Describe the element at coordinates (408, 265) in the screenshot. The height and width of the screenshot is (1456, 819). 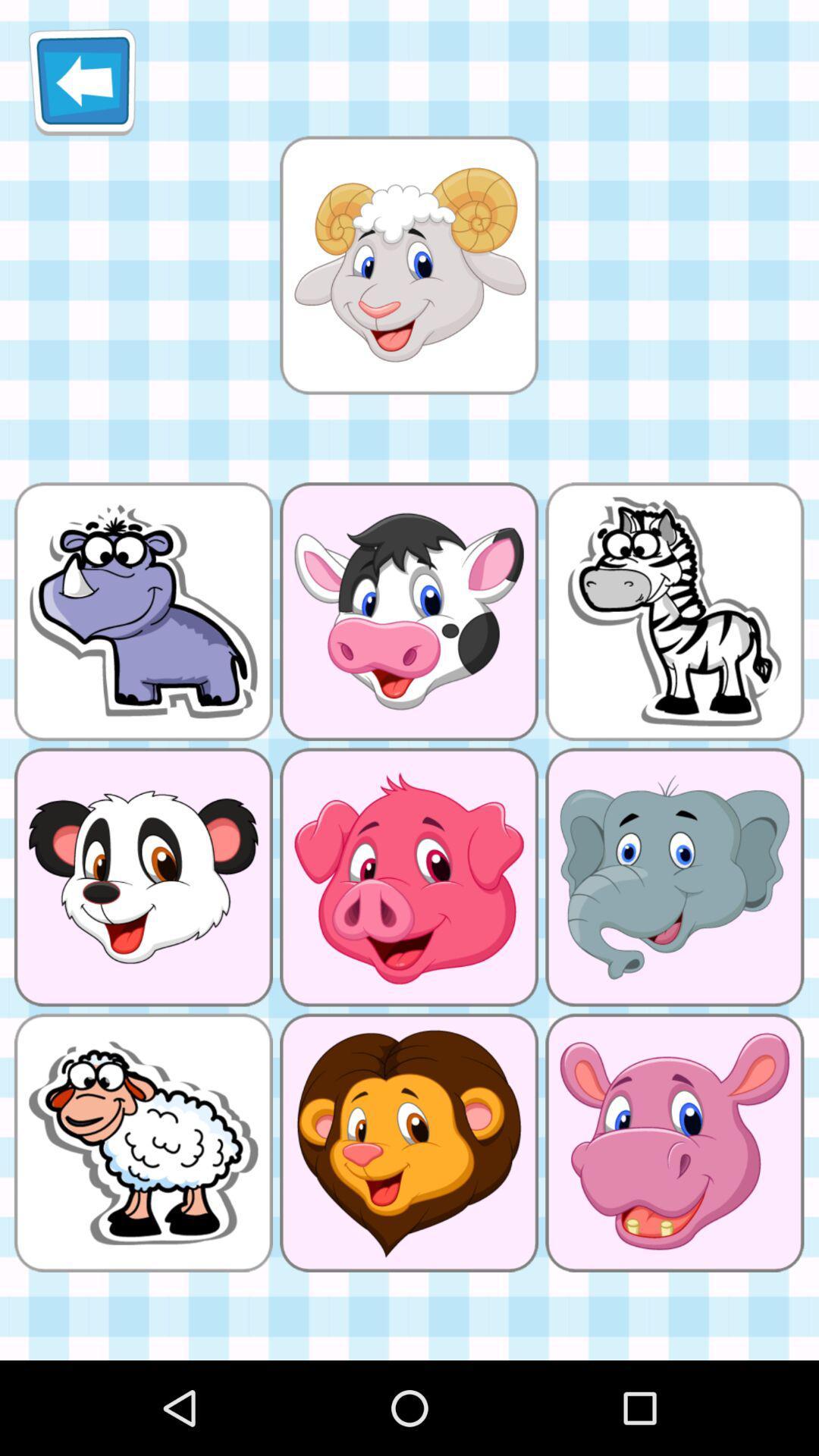
I see `avatar` at that location.